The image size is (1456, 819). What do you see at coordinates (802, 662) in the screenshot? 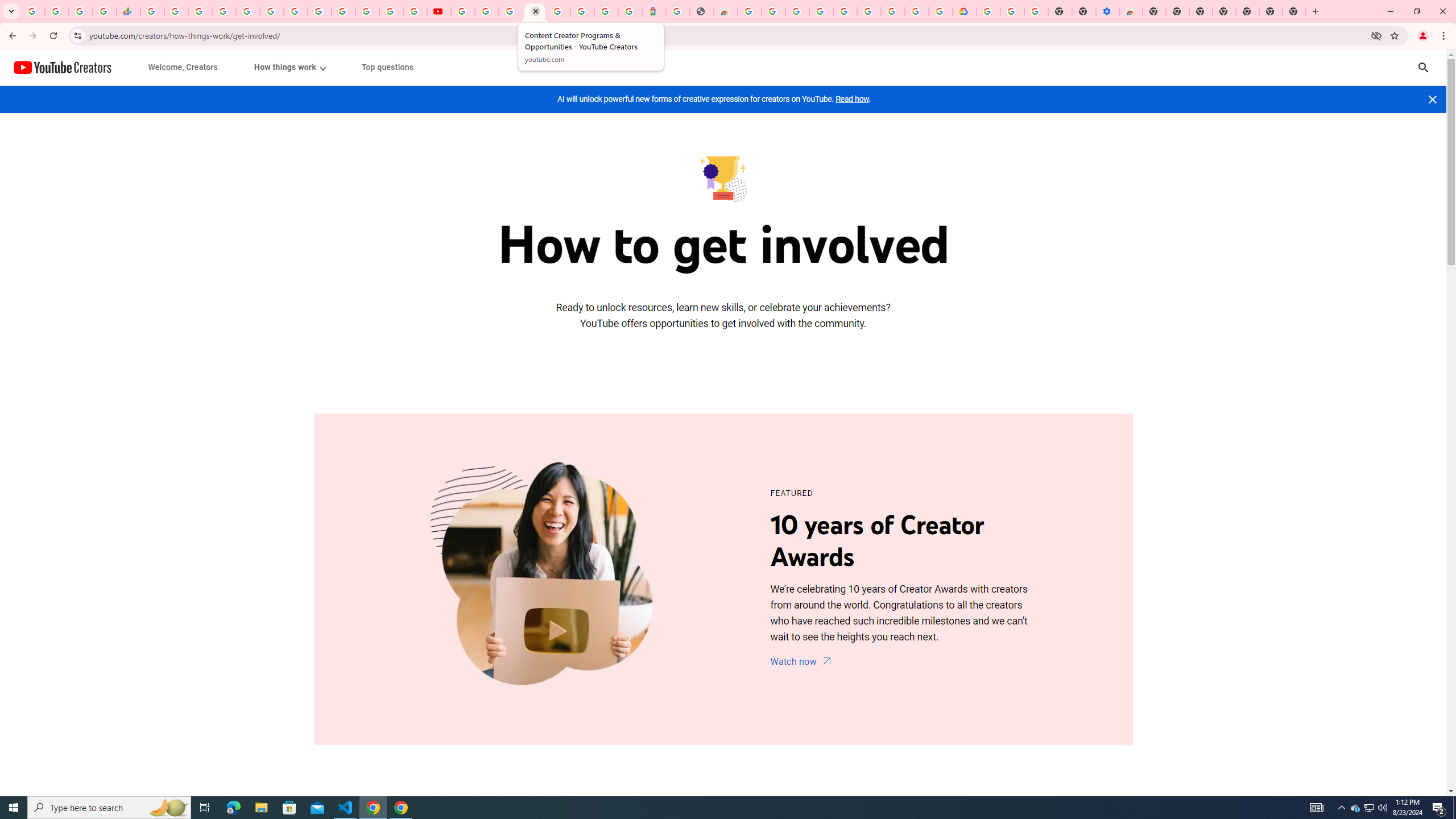
I see `'Watch now'` at bounding box center [802, 662].